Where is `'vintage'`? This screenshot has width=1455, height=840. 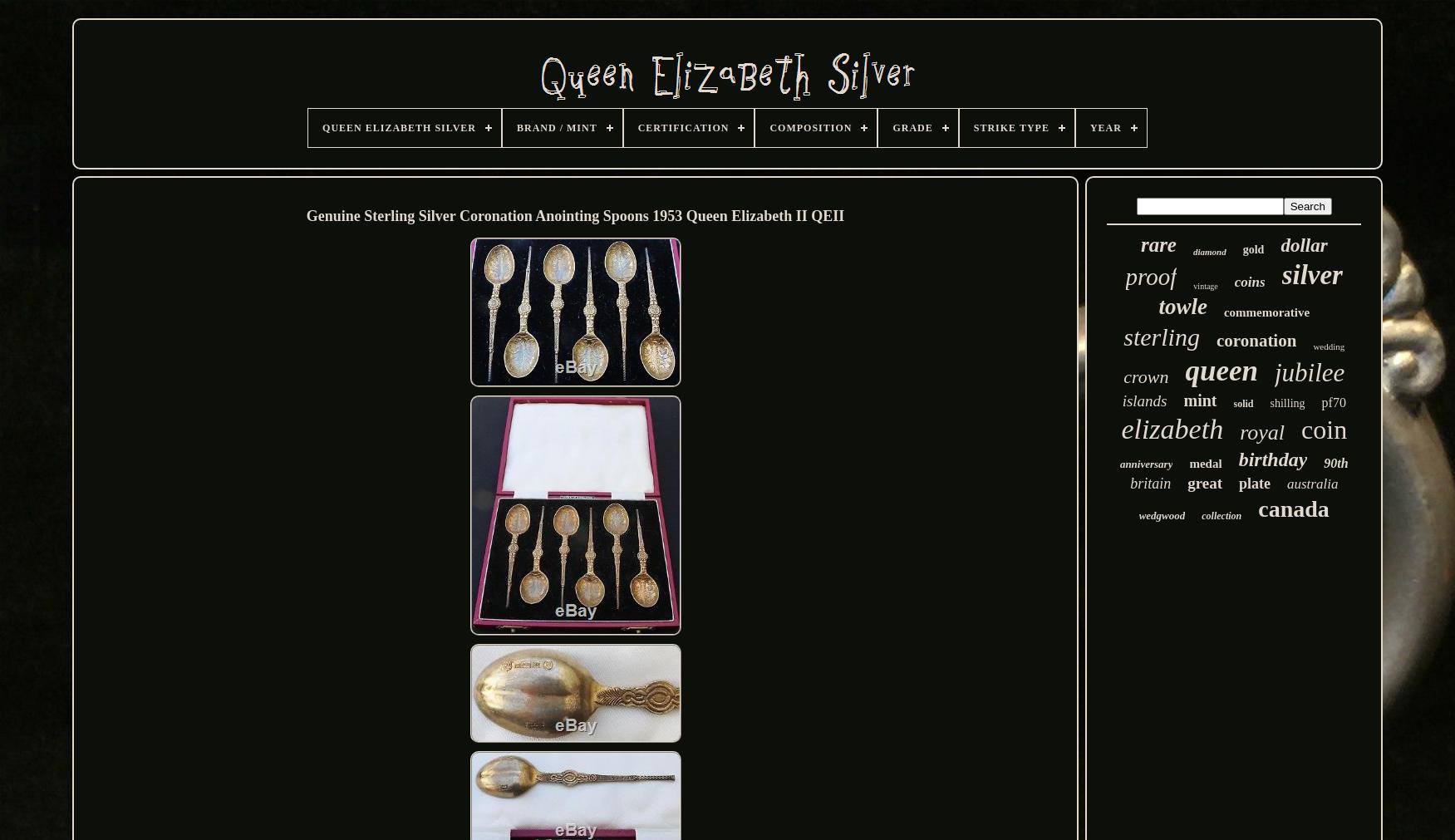 'vintage' is located at coordinates (1204, 285).